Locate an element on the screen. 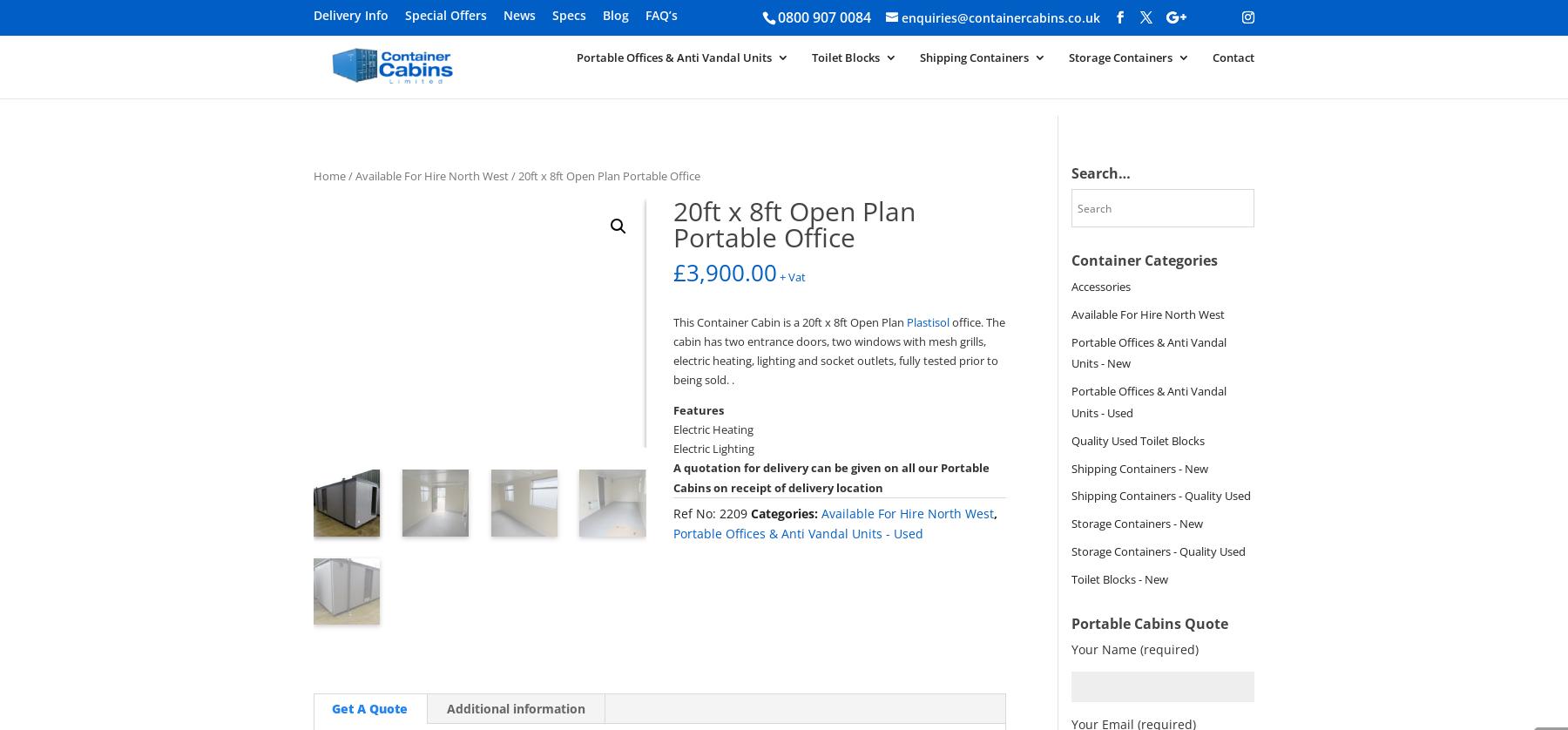  'Specs' is located at coordinates (569, 14).